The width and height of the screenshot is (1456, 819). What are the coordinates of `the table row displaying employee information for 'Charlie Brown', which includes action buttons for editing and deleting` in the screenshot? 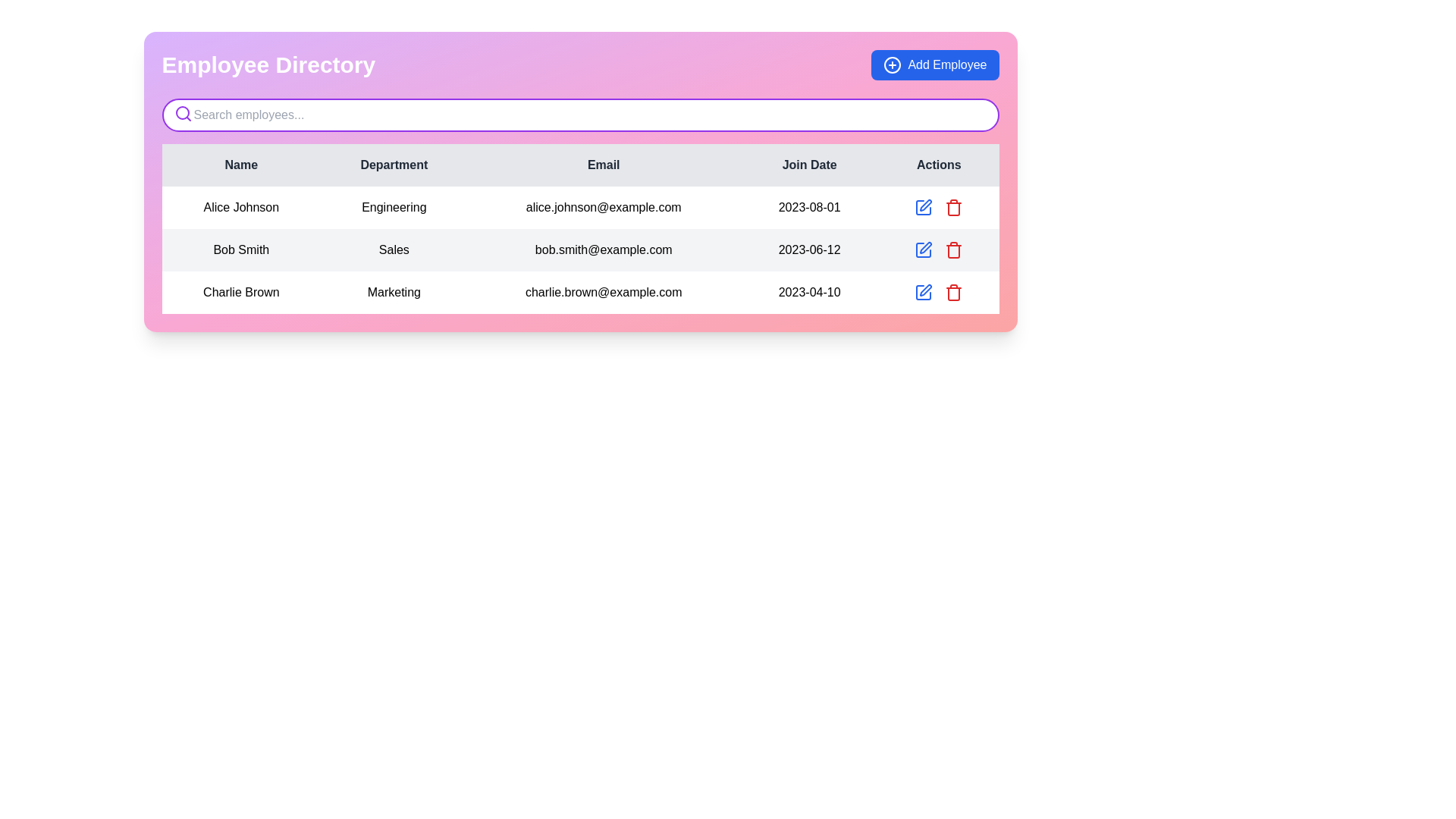 It's located at (579, 292).